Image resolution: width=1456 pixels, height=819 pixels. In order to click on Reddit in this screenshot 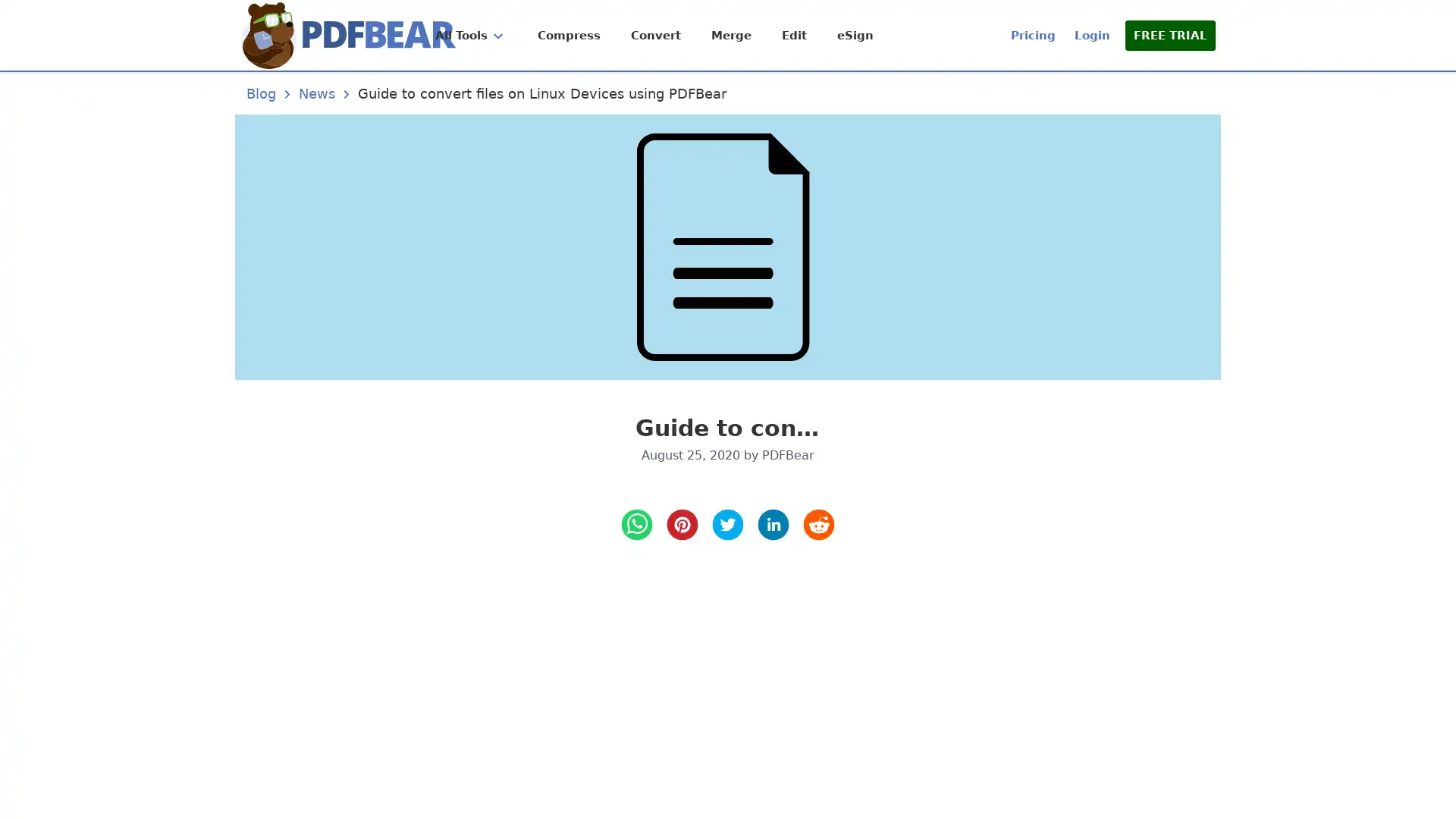, I will do `click(818, 523)`.